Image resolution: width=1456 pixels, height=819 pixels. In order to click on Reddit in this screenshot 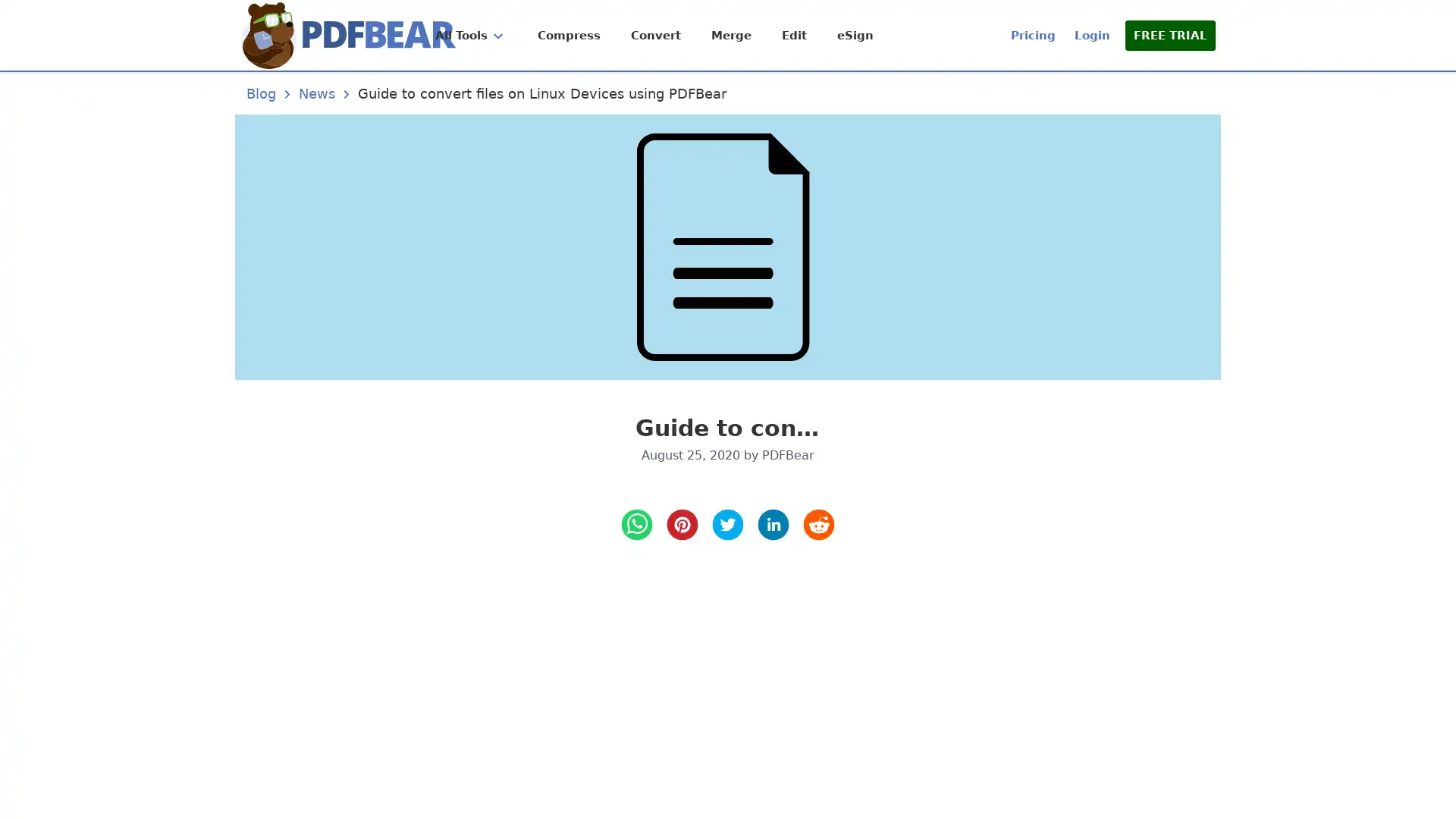, I will do `click(818, 523)`.